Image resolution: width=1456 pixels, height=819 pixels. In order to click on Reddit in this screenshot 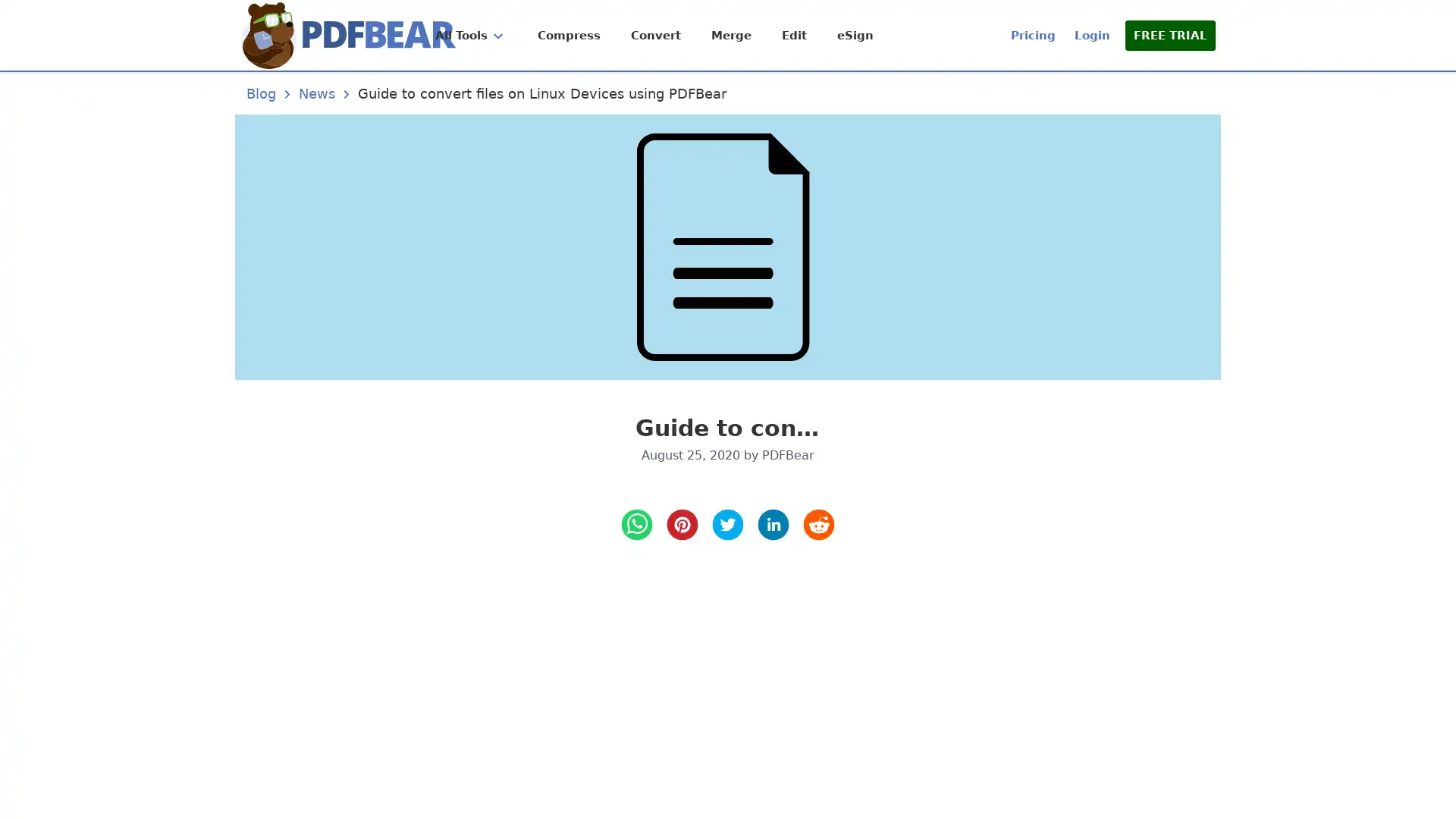, I will do `click(818, 523)`.